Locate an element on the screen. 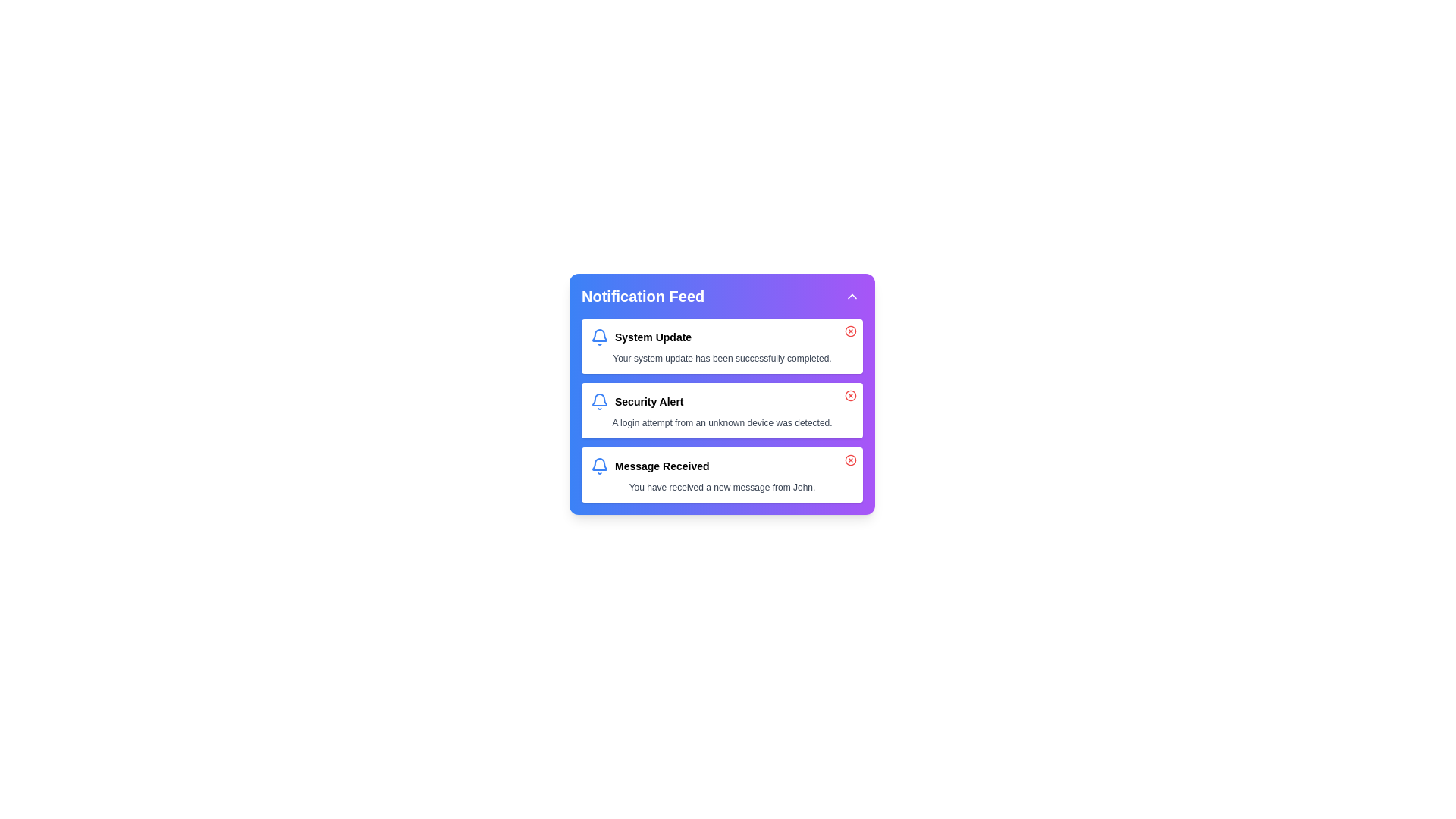 The height and width of the screenshot is (819, 1456). the bolded 'Notification Feed' text label located at the top of the notification panel is located at coordinates (643, 296).